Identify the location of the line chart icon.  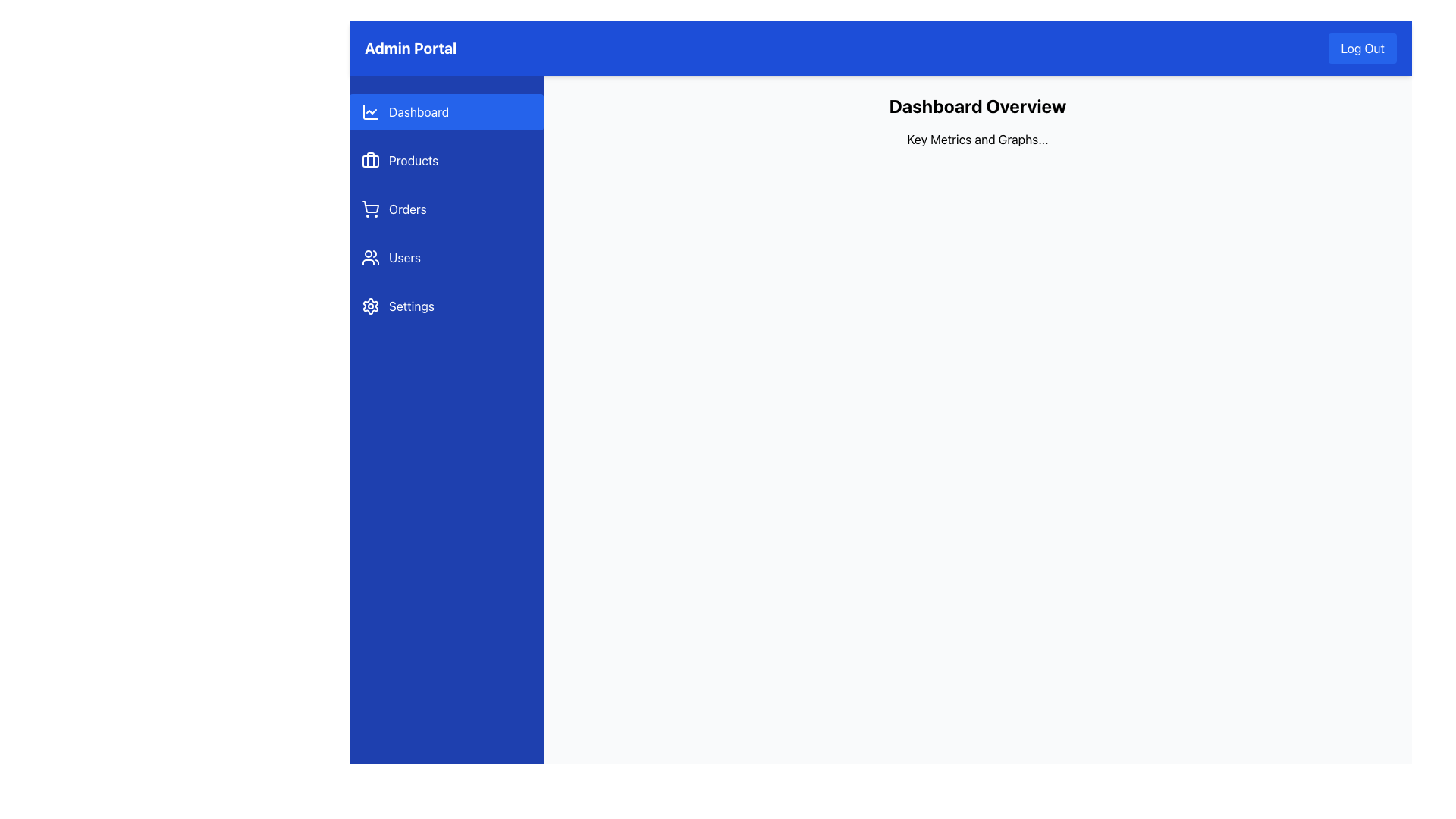
(371, 111).